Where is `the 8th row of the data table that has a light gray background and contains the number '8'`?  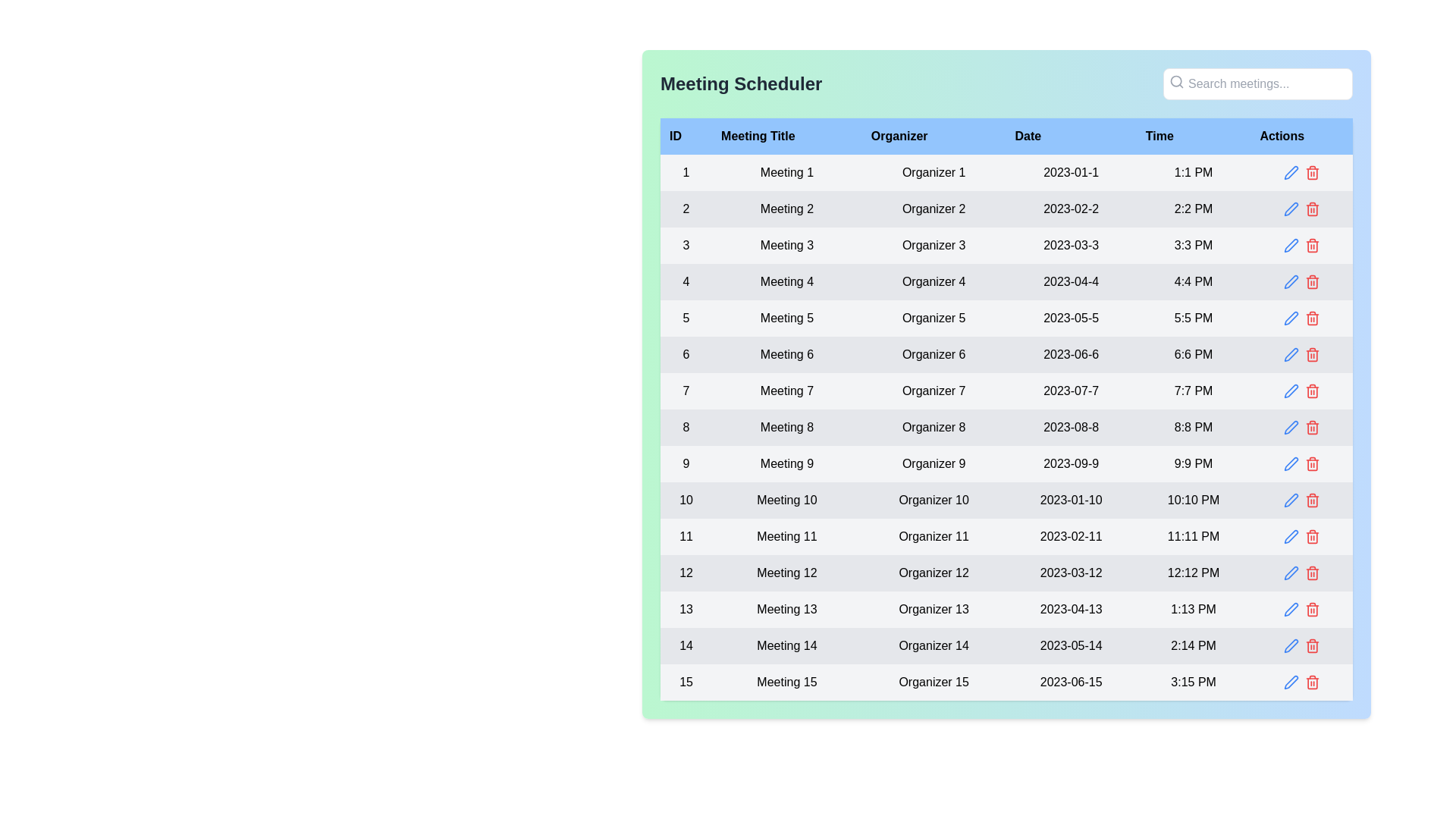
the 8th row of the data table that has a light gray background and contains the number '8' is located at coordinates (1006, 427).